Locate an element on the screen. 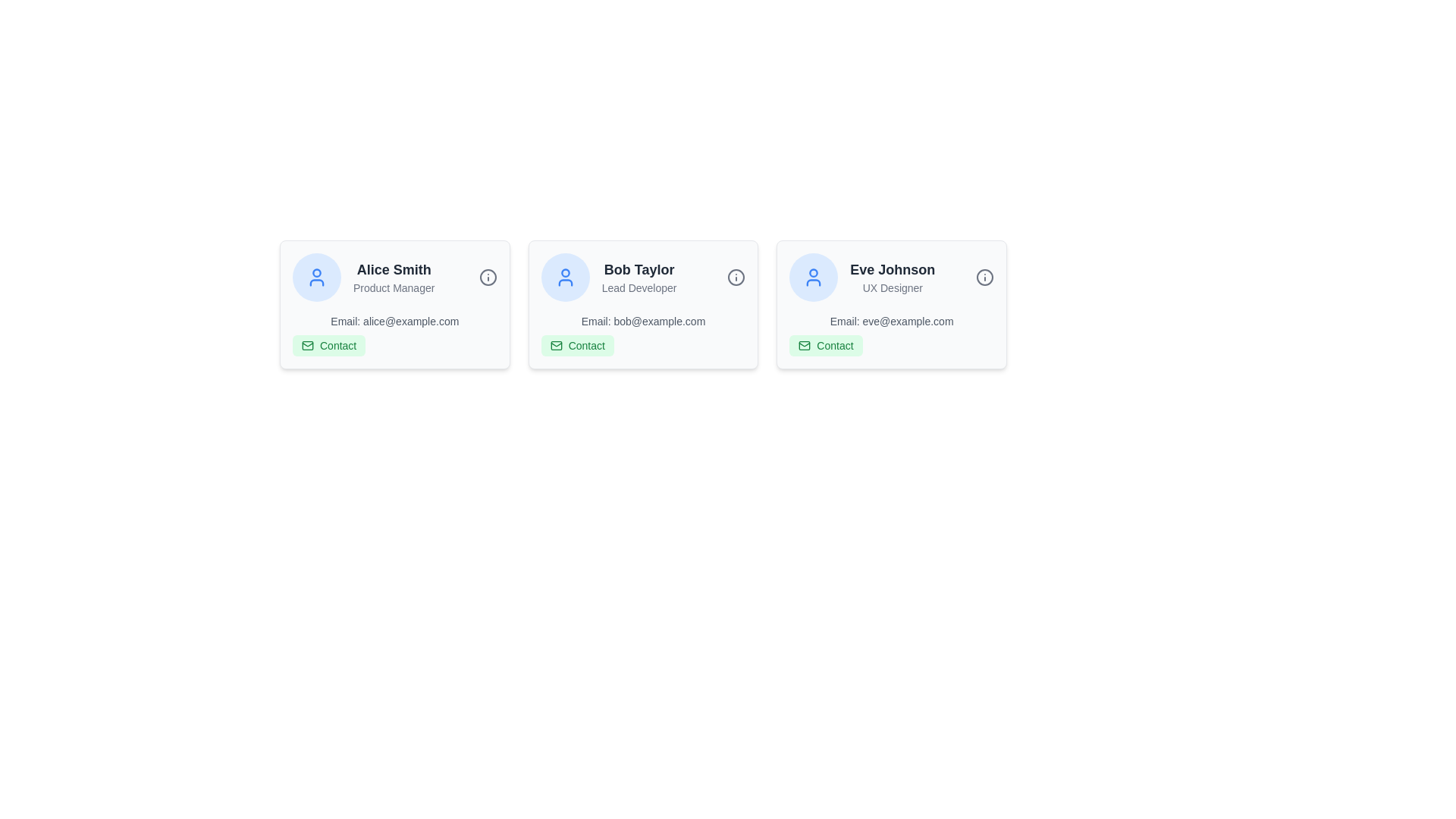  text display element that provides the name and professional title of an individual, located at the top of the first card in a group of three horizontally aligned cards is located at coordinates (394, 278).